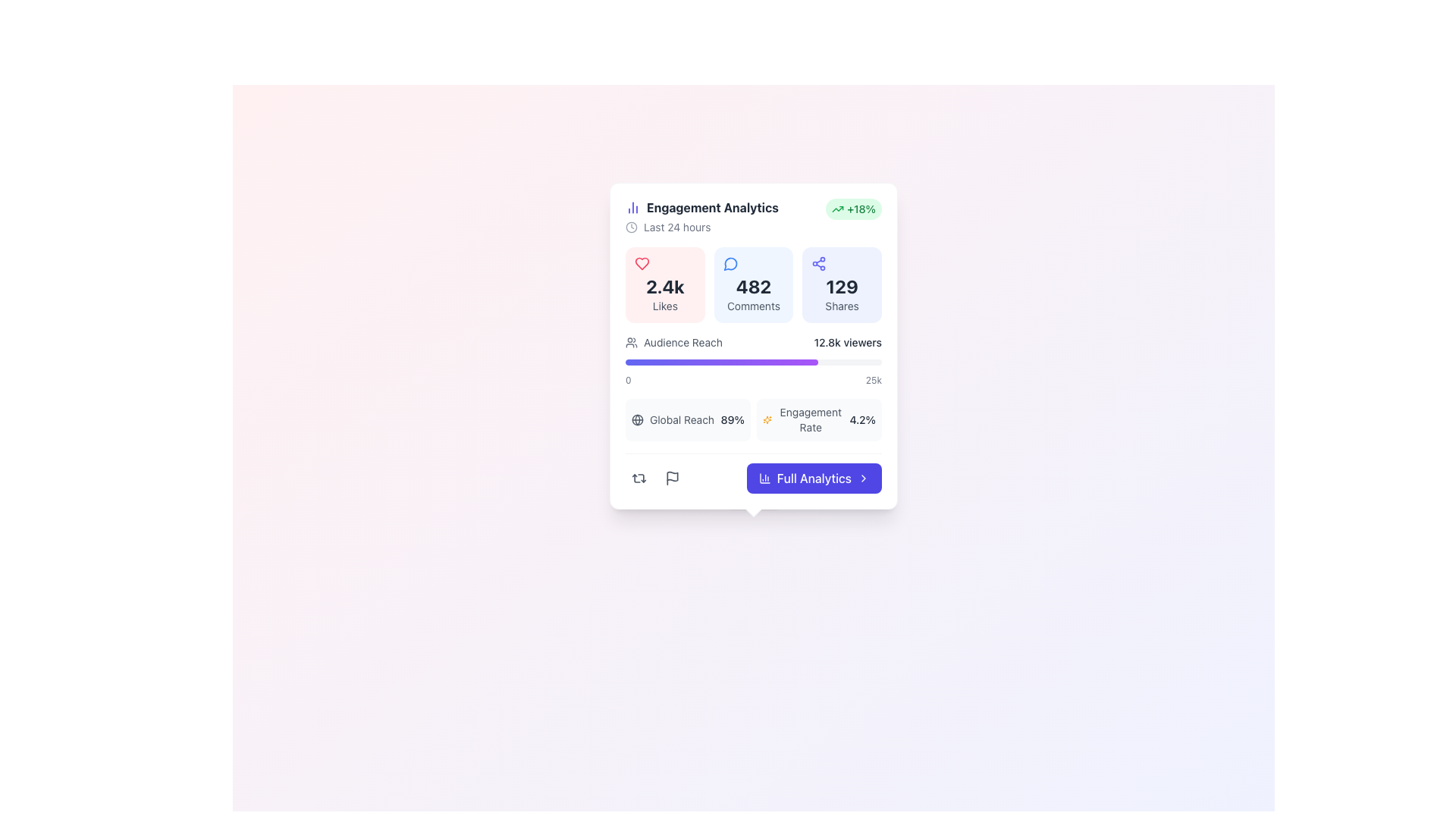 The height and width of the screenshot is (819, 1456). I want to click on the purple rectangular button labeled 'Full Analytics', so click(813, 479).